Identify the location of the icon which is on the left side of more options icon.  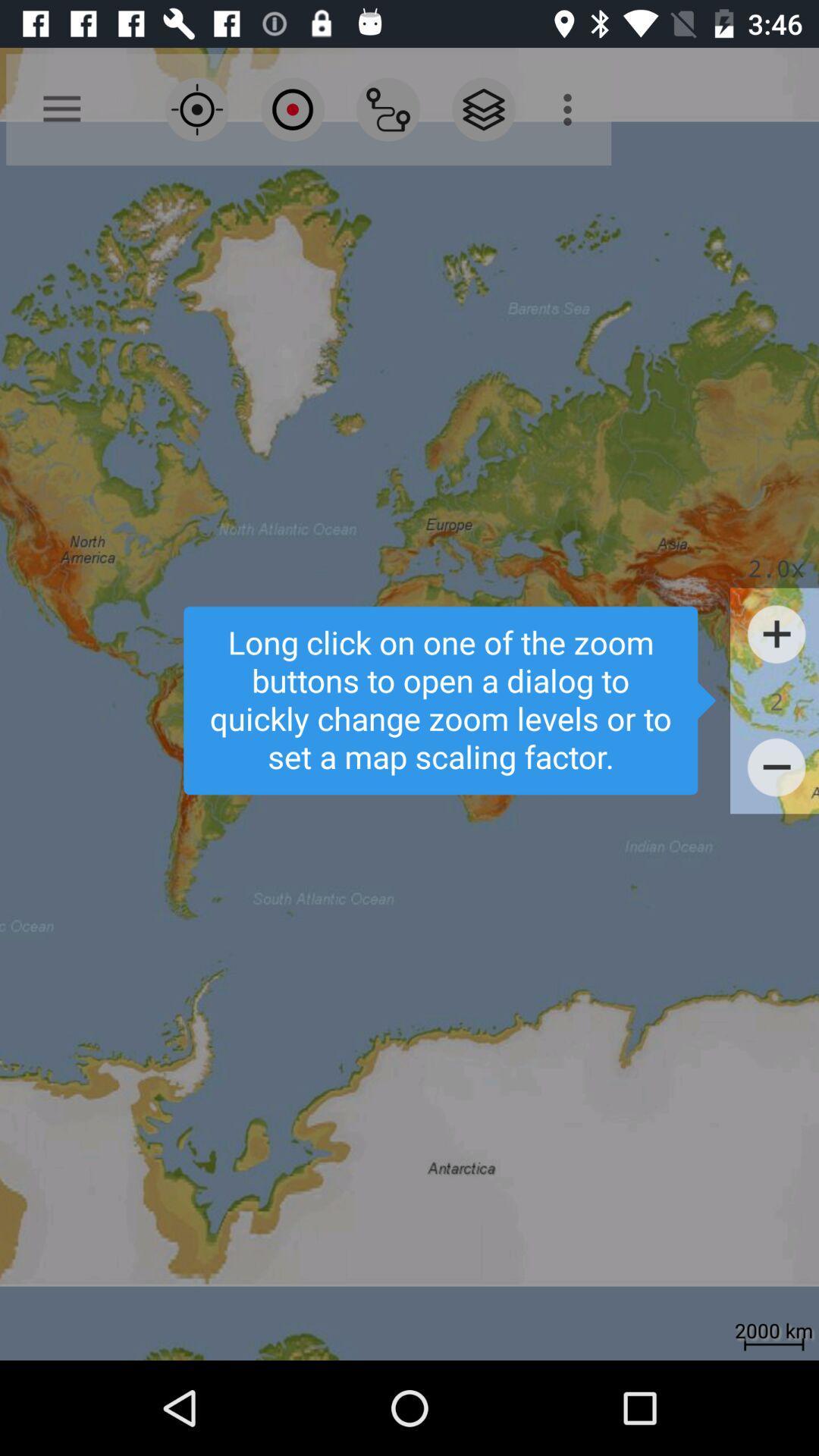
(483, 108).